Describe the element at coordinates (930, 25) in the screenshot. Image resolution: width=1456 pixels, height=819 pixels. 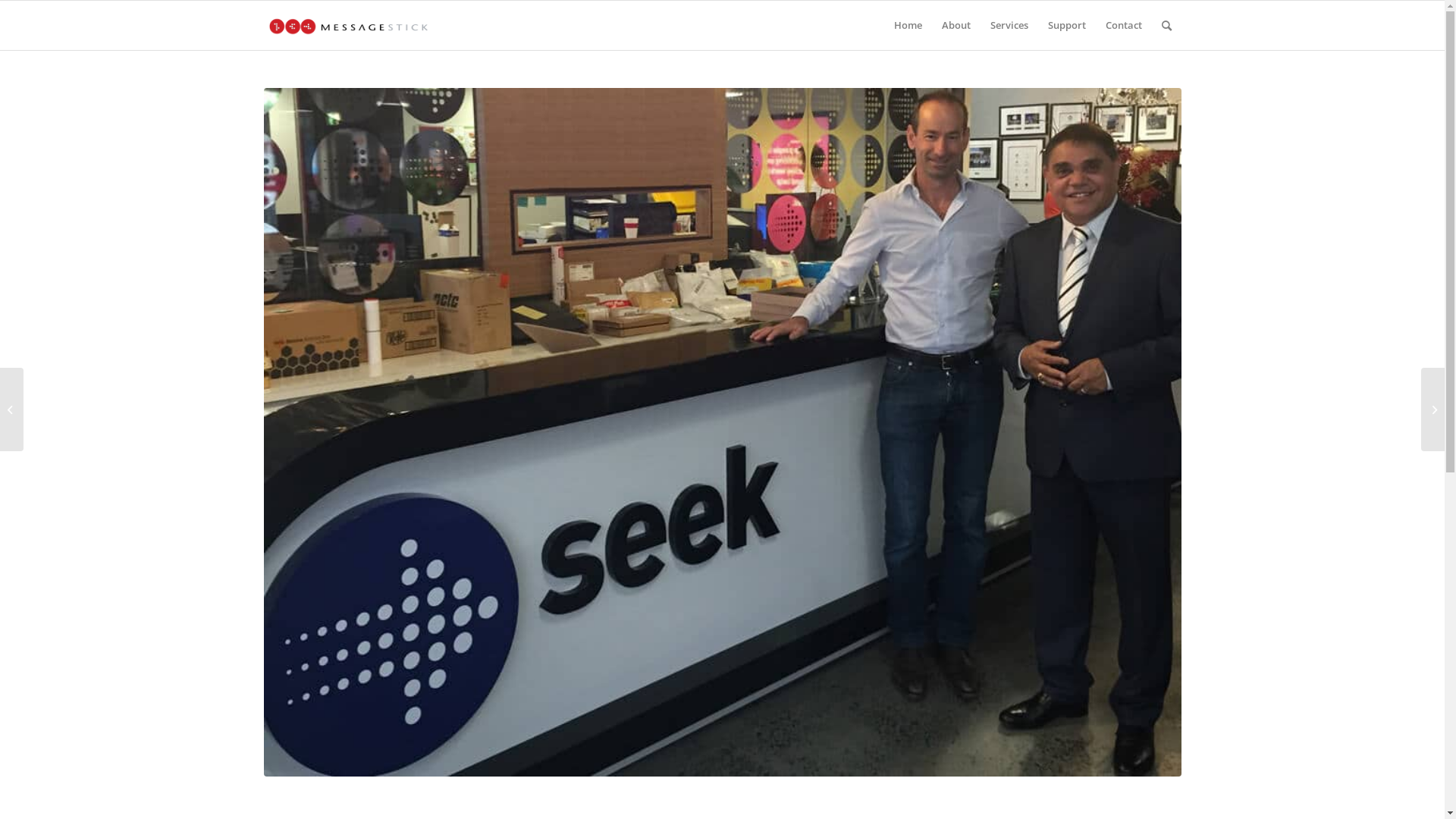
I see `'About'` at that location.